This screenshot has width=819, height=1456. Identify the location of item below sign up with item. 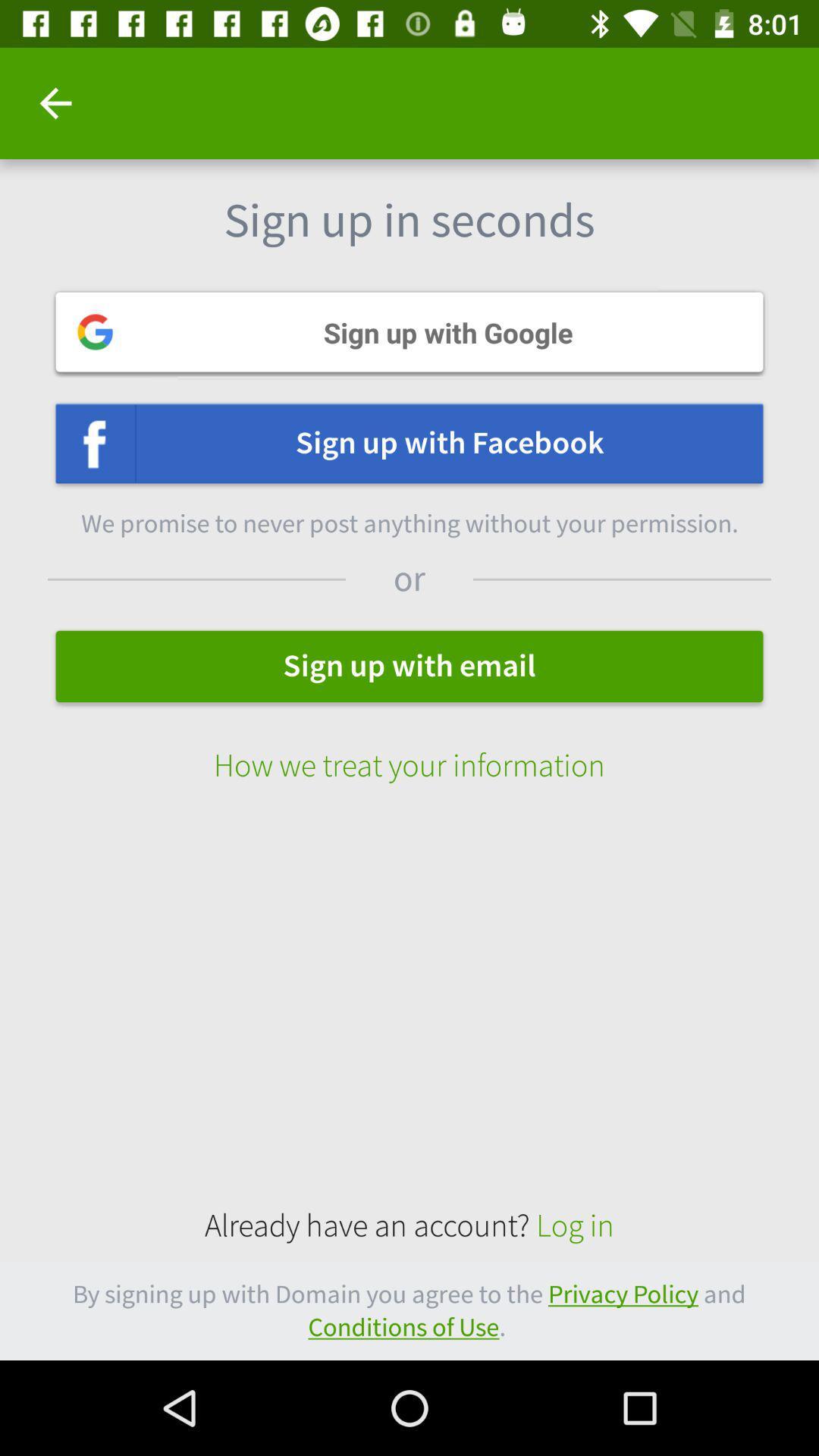
(409, 750).